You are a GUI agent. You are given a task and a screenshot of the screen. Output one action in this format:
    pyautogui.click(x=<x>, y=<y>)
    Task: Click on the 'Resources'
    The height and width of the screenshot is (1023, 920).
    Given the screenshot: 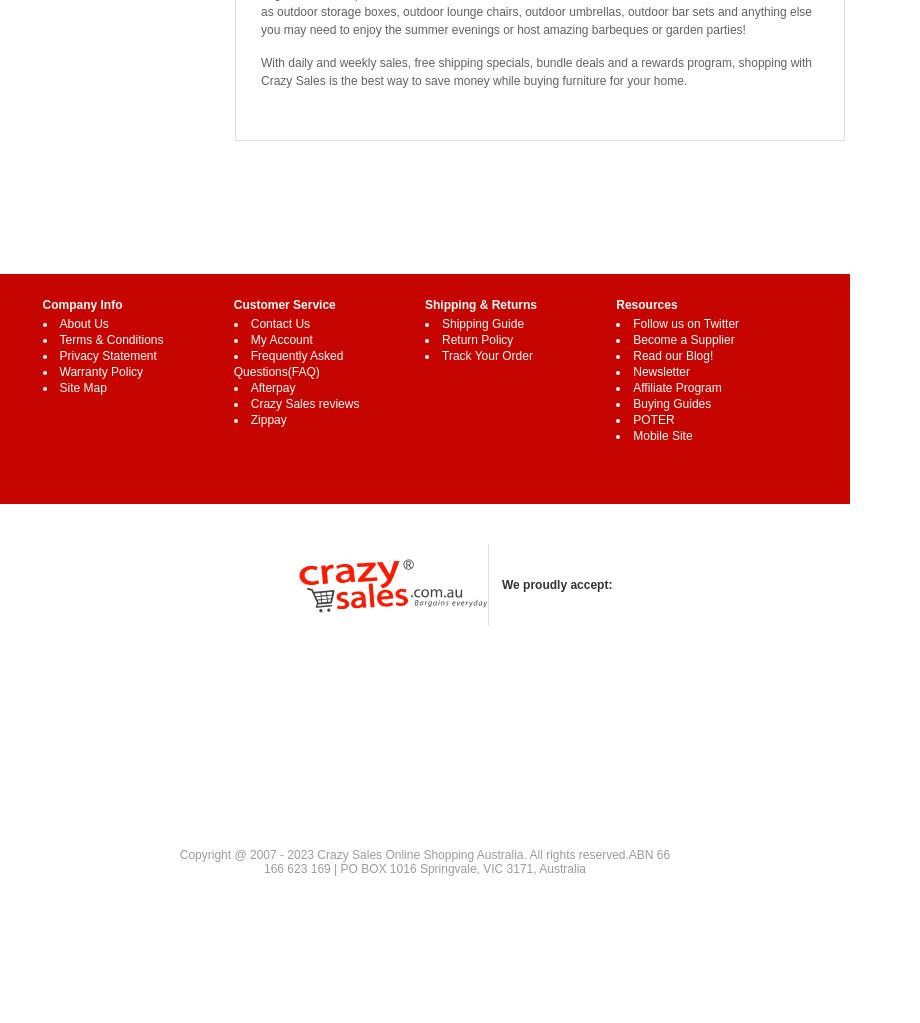 What is the action you would take?
    pyautogui.click(x=645, y=303)
    